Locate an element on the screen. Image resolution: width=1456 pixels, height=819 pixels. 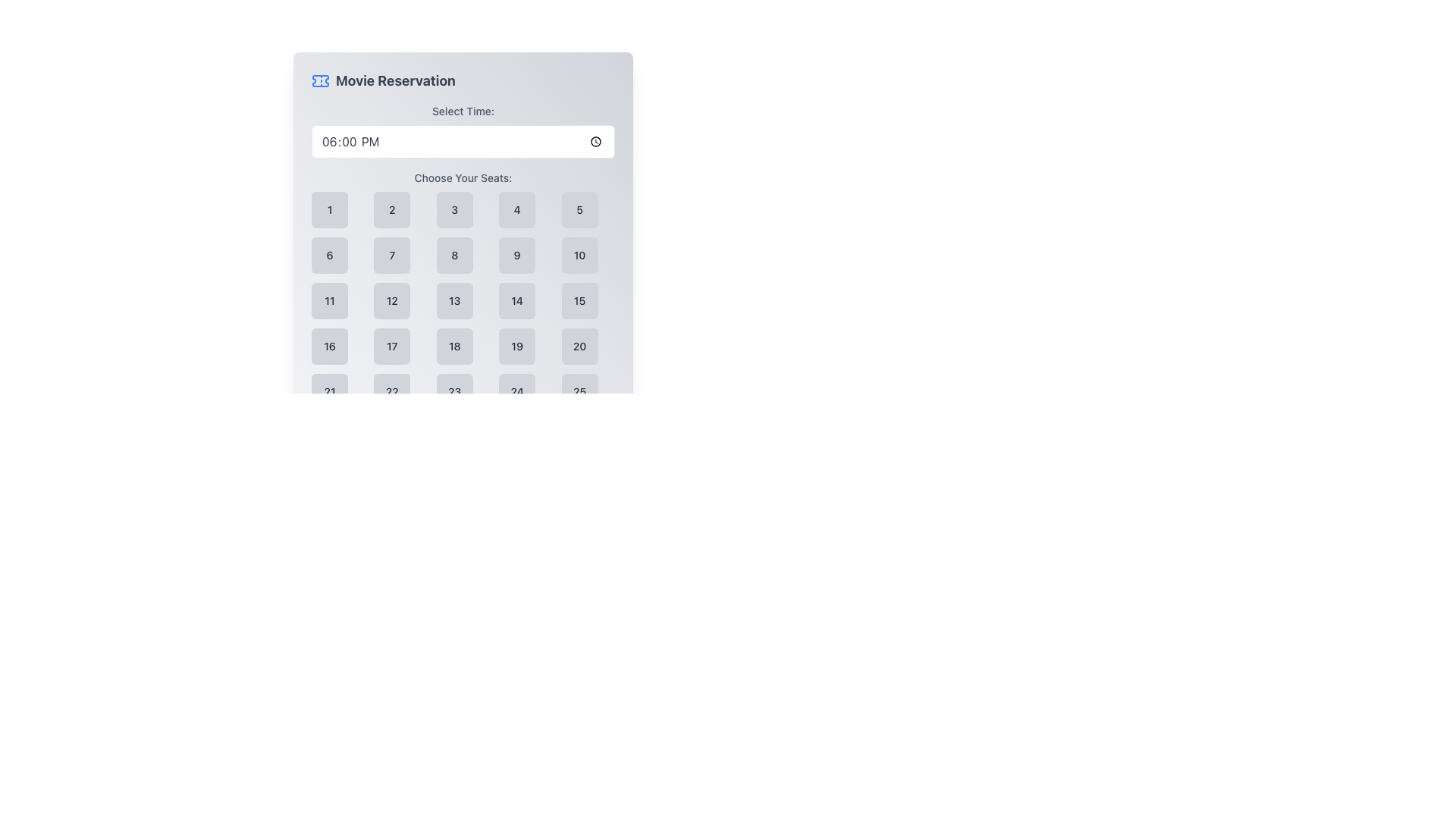
the button displaying the number '12' is located at coordinates (392, 301).